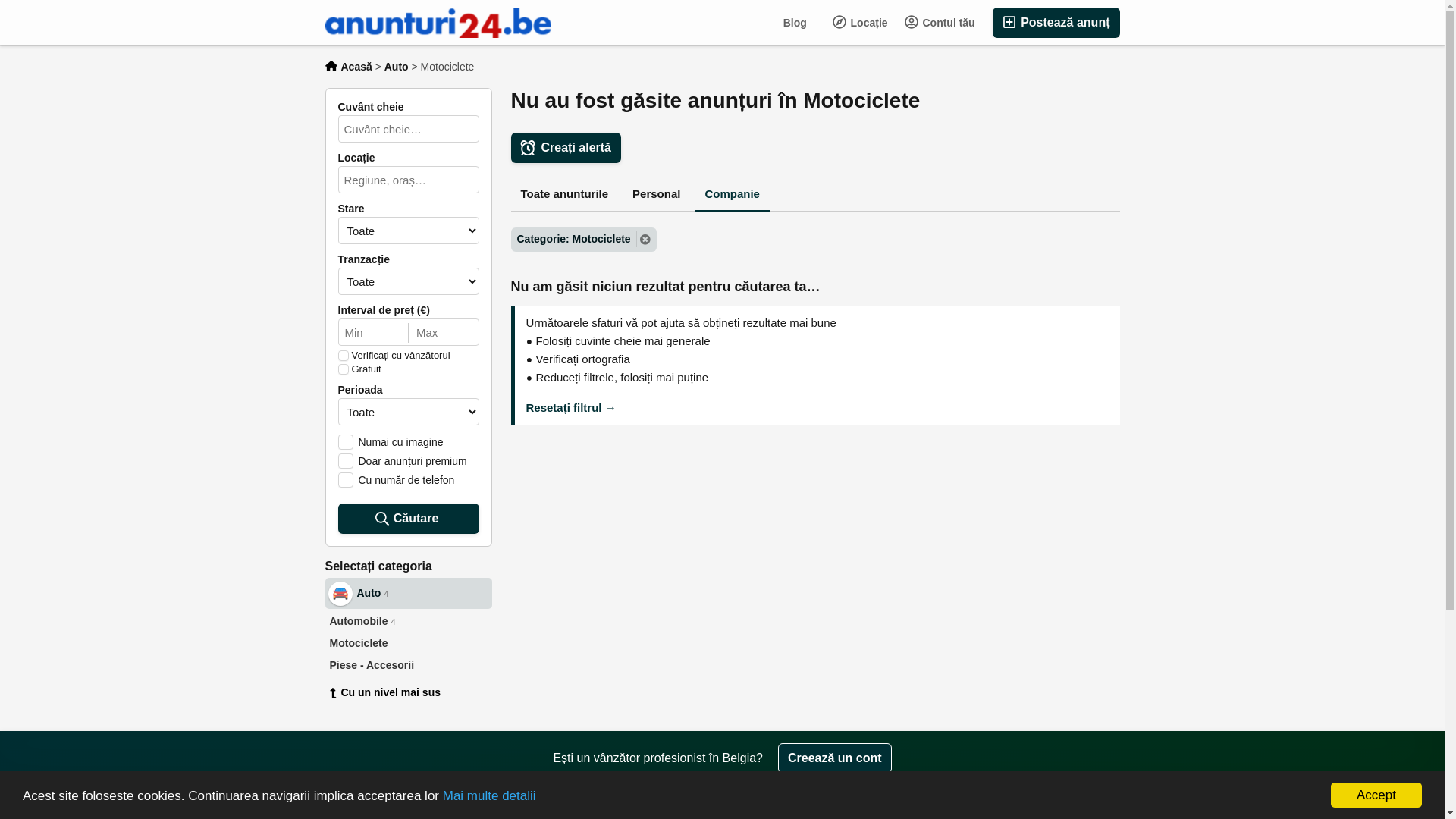 The image size is (1456, 819). I want to click on 'Cu un nivel mai sus', so click(407, 692).